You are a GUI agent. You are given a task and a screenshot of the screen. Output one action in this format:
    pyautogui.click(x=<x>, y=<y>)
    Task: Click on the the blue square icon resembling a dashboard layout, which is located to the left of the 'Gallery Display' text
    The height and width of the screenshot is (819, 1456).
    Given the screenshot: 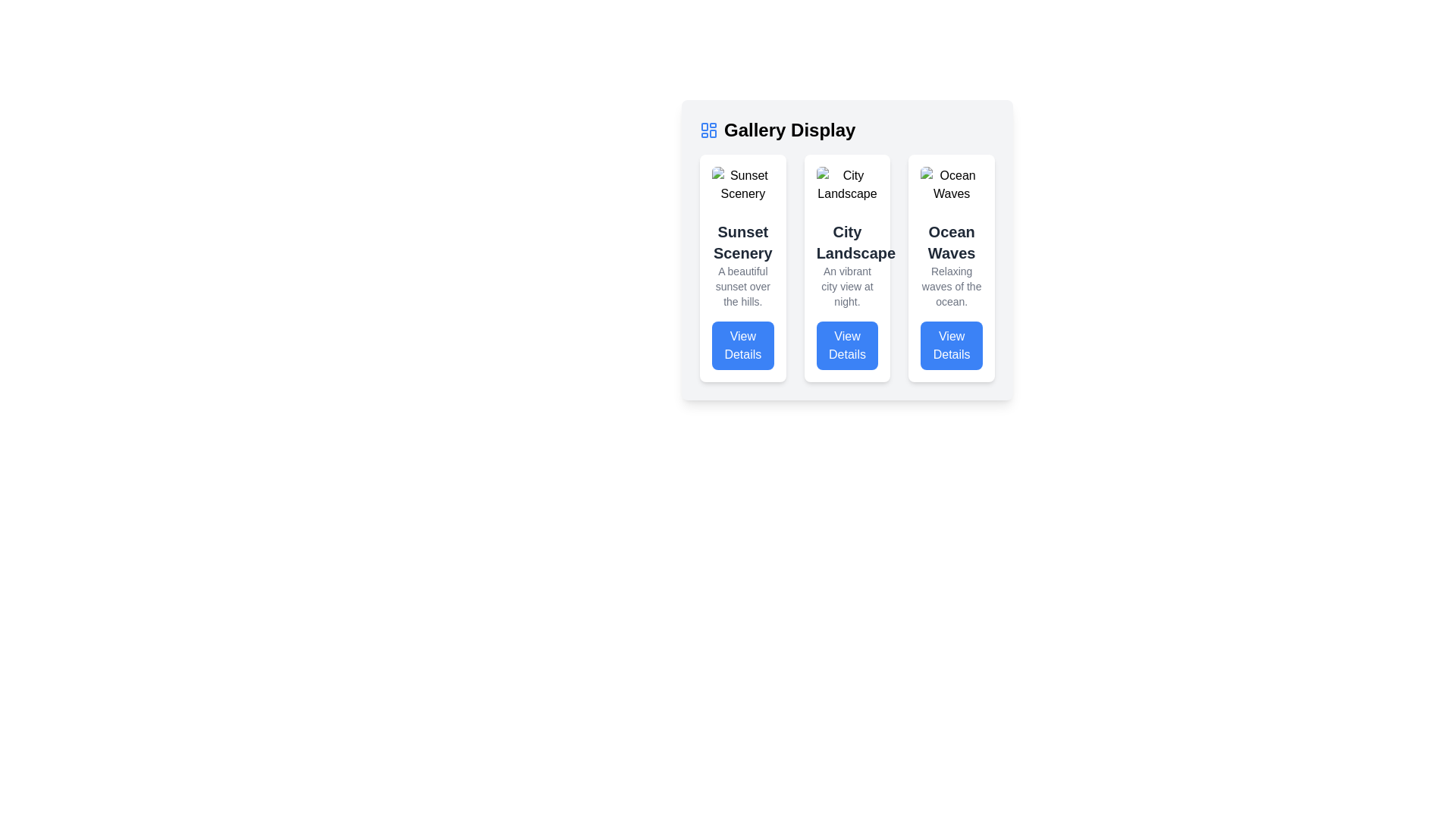 What is the action you would take?
    pyautogui.click(x=708, y=130)
    